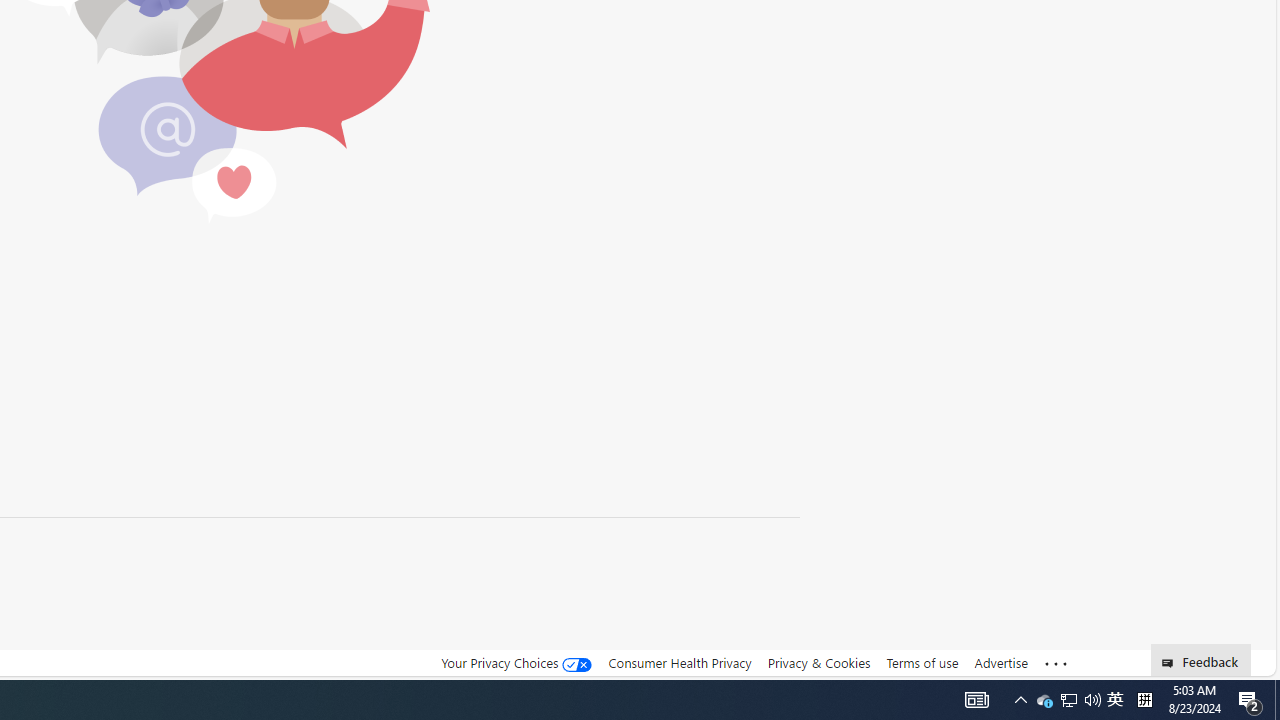 Image resolution: width=1280 pixels, height=720 pixels. Describe the element at coordinates (1200, 659) in the screenshot. I see `'Feedback'` at that location.